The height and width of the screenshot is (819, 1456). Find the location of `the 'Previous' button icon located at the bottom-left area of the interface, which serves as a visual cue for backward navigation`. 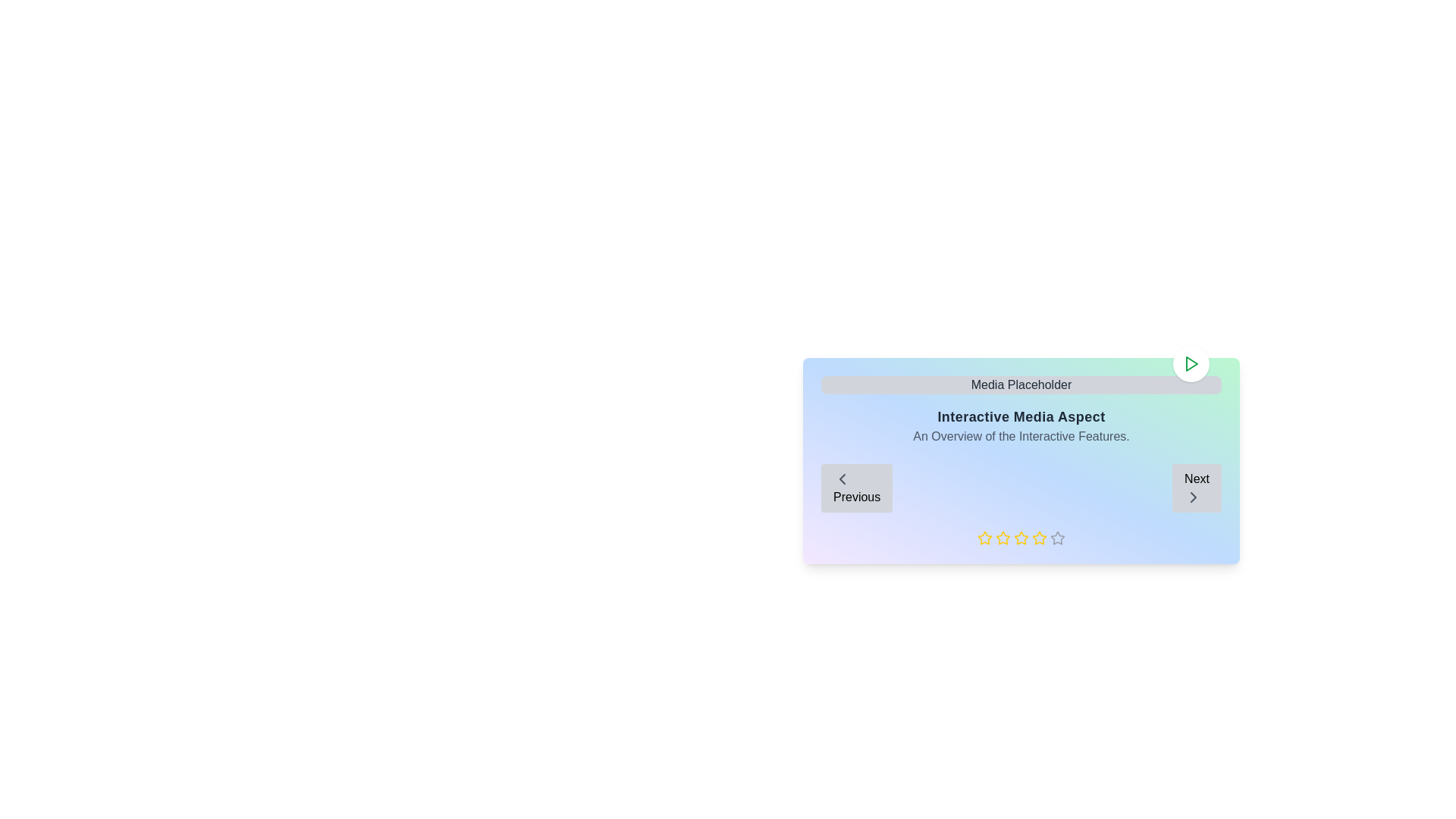

the 'Previous' button icon located at the bottom-left area of the interface, which serves as a visual cue for backward navigation is located at coordinates (841, 479).